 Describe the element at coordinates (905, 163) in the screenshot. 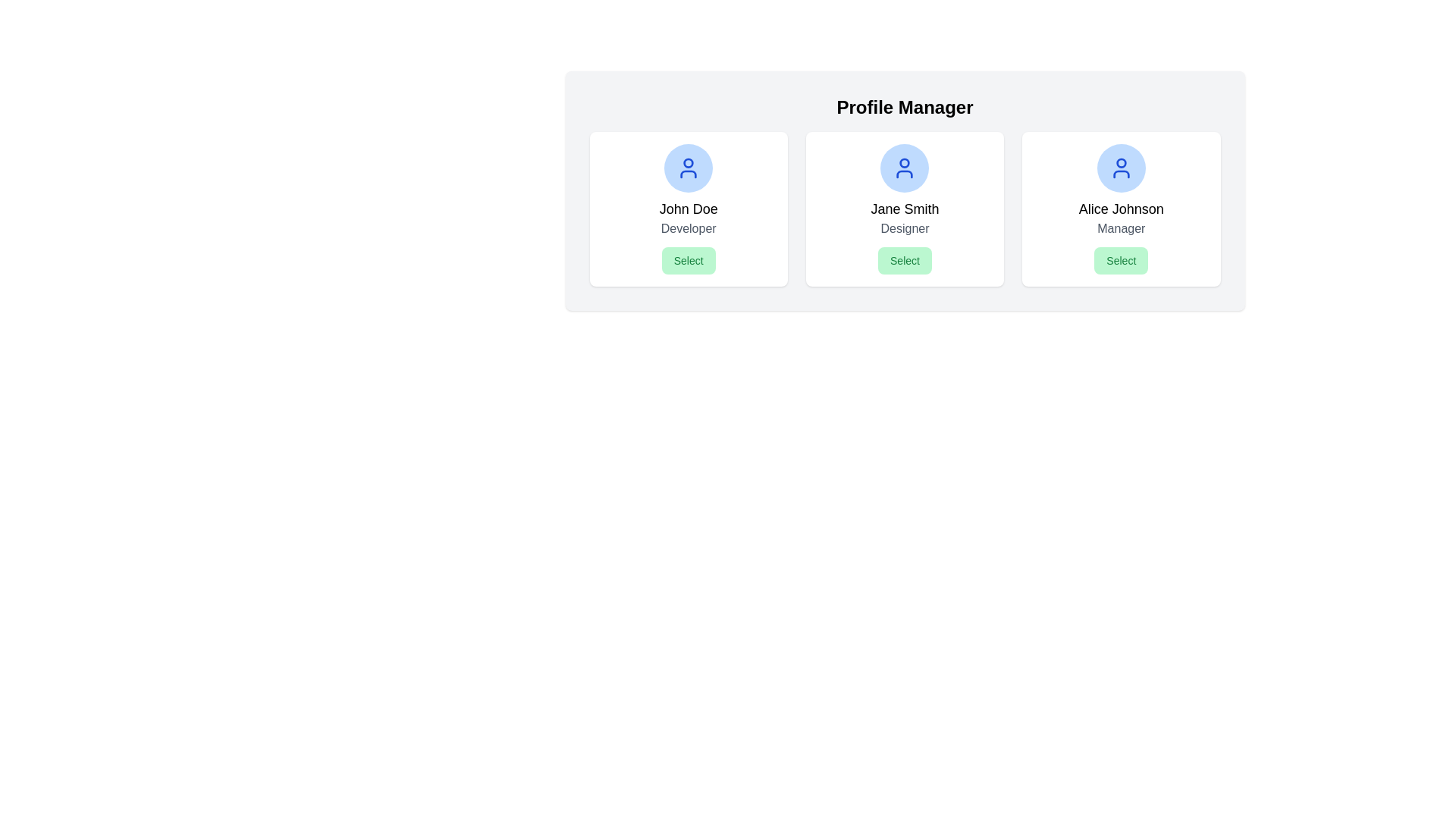

I see `the small circular graphic element with a blue border and white fill located within Jane Smith's profile icon in the Profile Manager interface` at that location.